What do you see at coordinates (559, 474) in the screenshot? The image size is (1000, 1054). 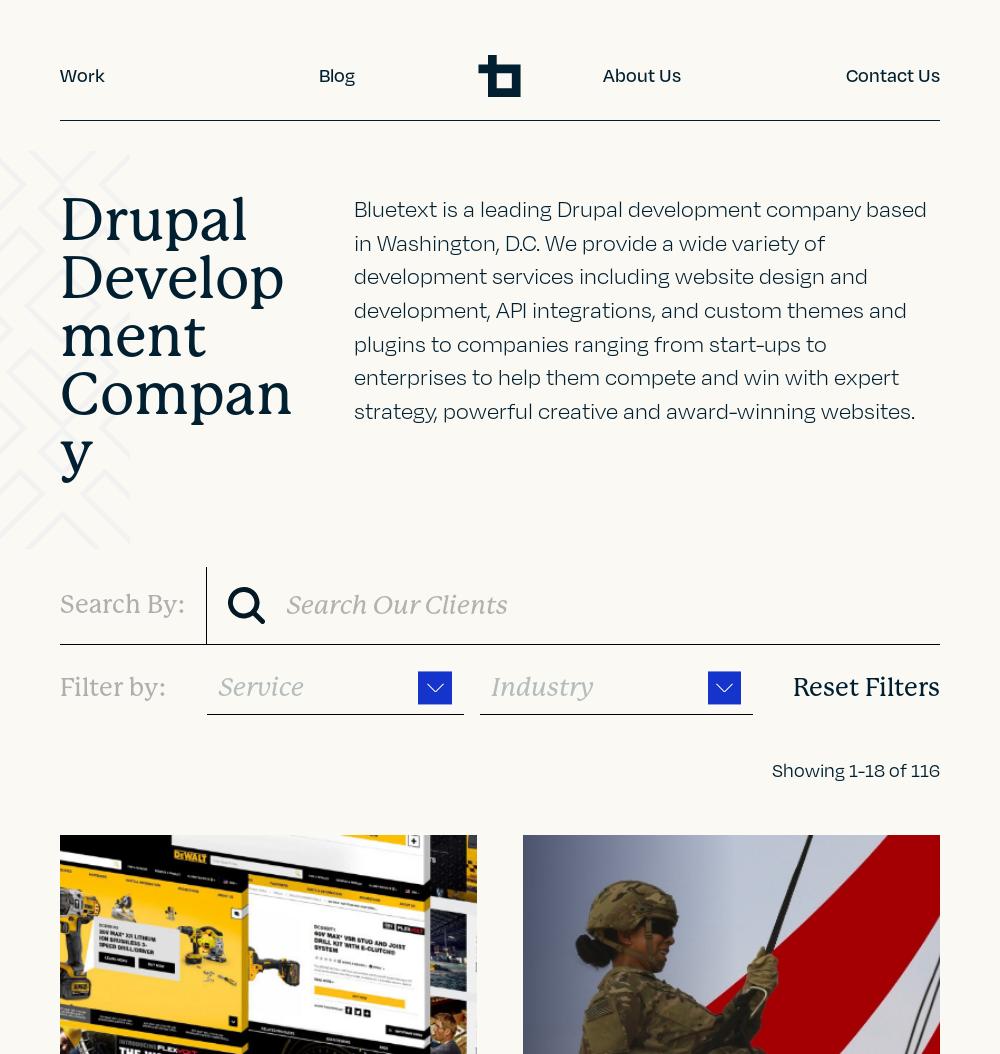 I see `'Energy'` at bounding box center [559, 474].